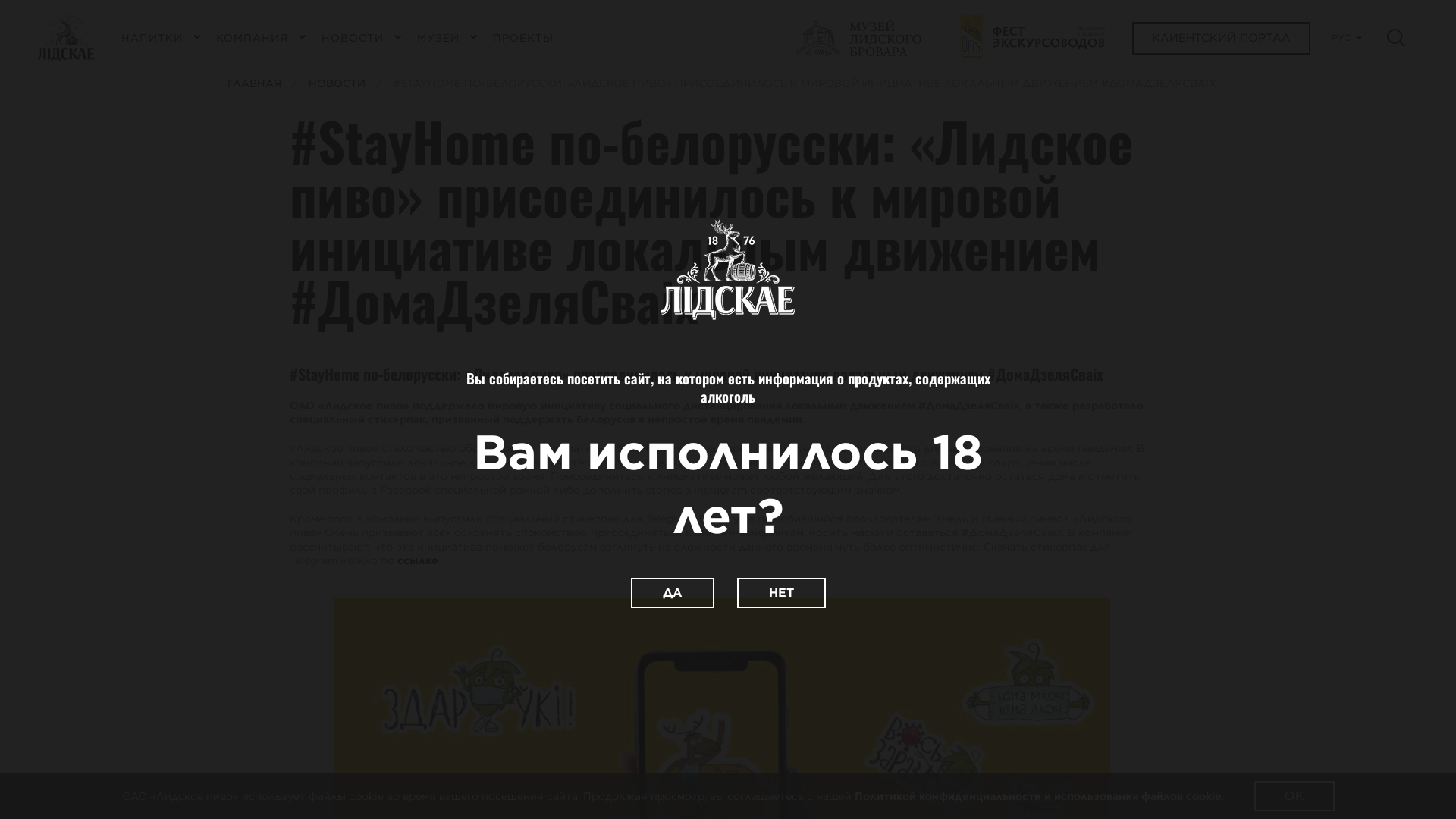 The width and height of the screenshot is (1456, 819). Describe the element at coordinates (1294, 795) in the screenshot. I see `'OK'` at that location.